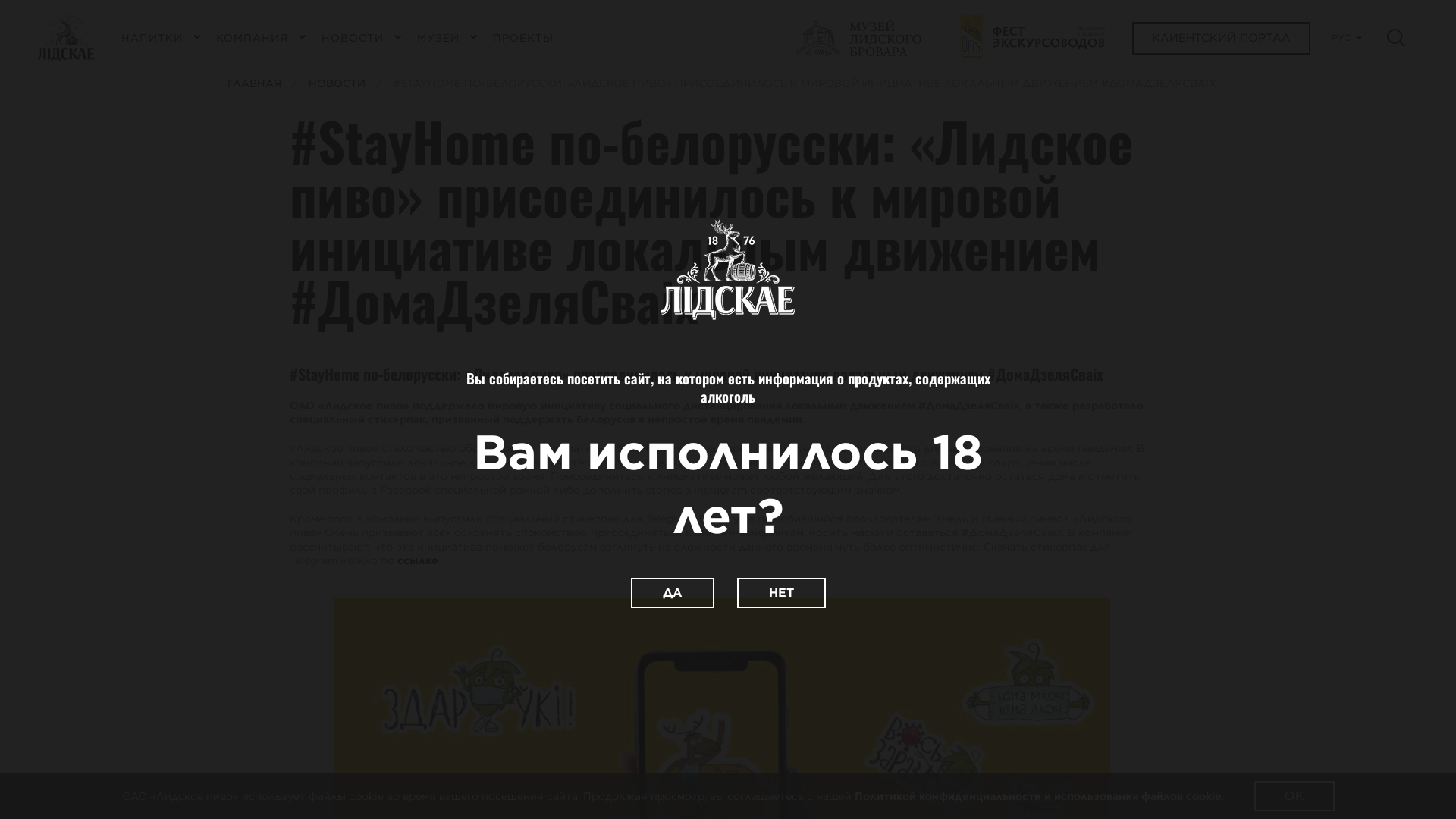 The width and height of the screenshot is (1456, 819). Describe the element at coordinates (1294, 795) in the screenshot. I see `'OK'` at that location.